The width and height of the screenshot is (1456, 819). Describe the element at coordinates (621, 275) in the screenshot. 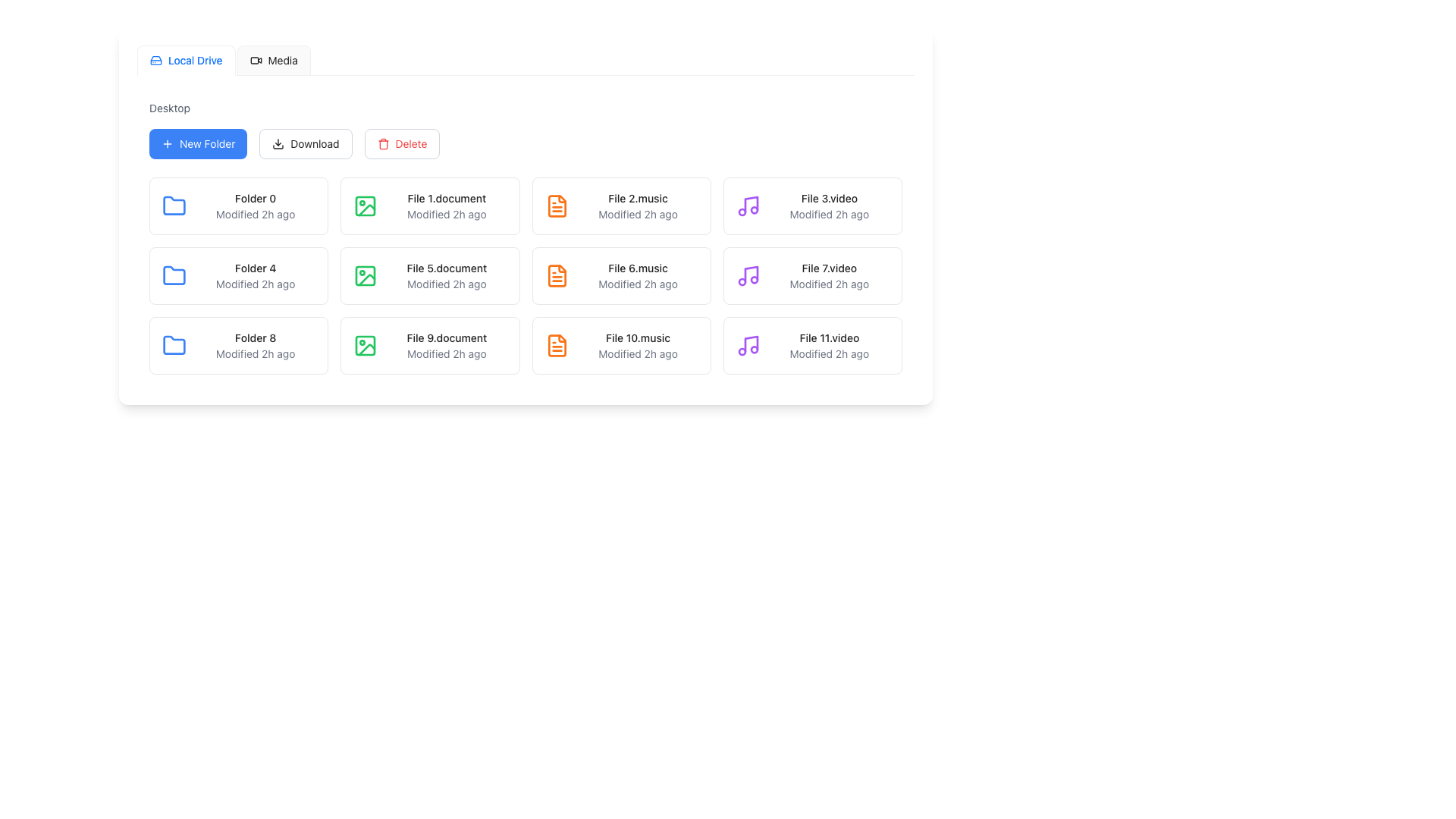

I see `the Tile component displaying 'File 6.music'` at that location.